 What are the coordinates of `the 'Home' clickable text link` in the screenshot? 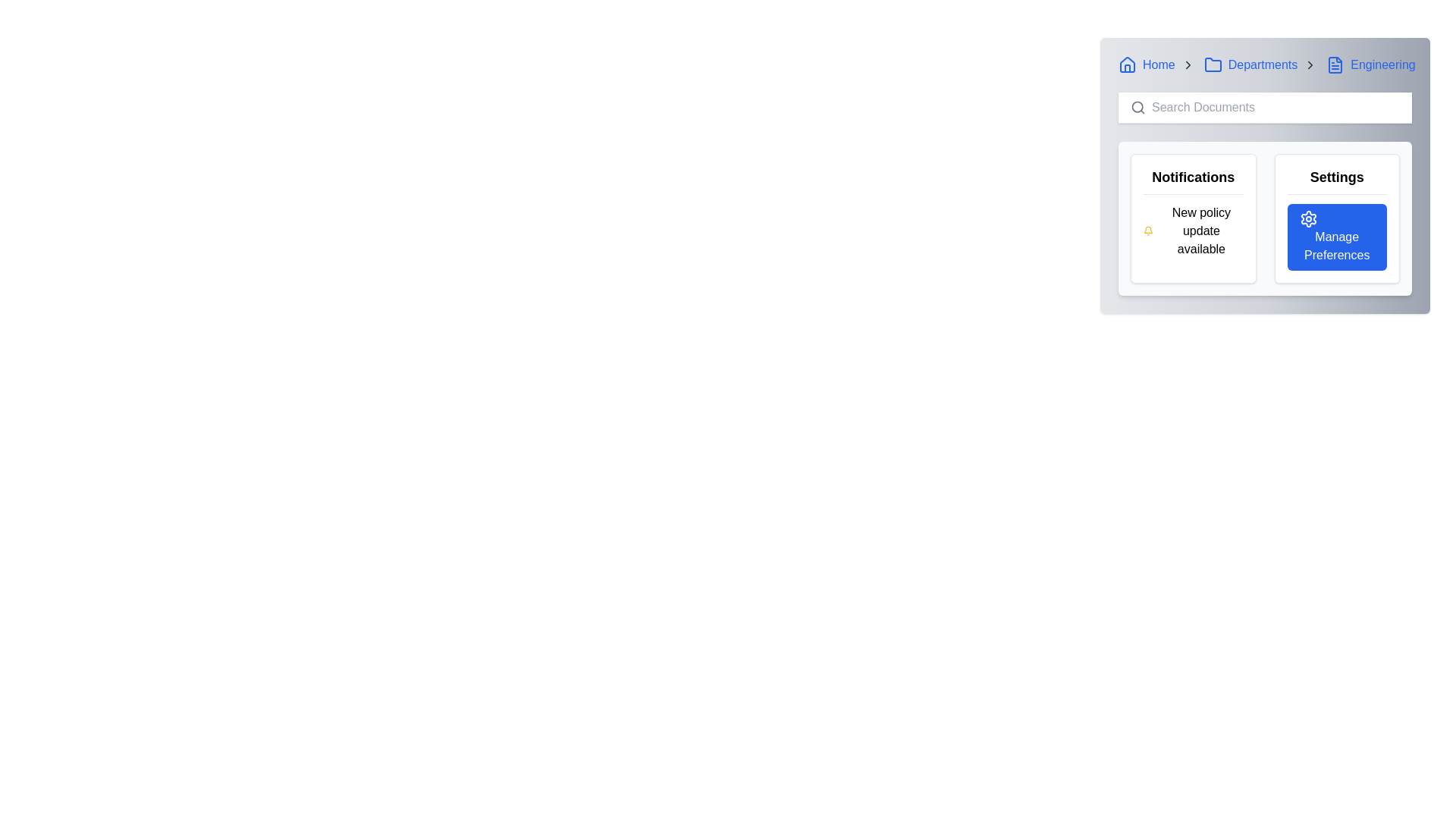 It's located at (1147, 64).